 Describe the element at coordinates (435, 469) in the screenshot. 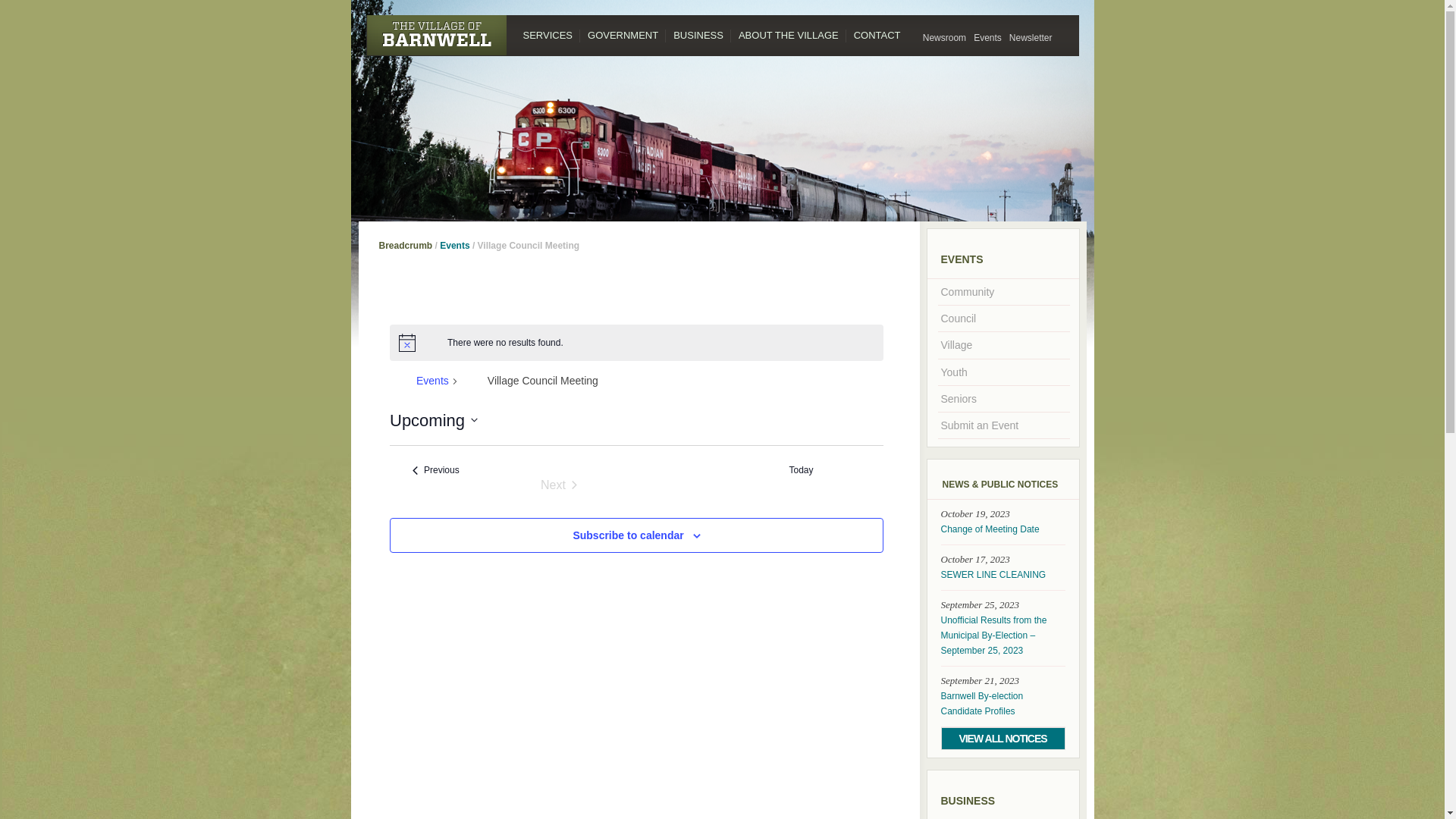

I see `'Previous` at that location.